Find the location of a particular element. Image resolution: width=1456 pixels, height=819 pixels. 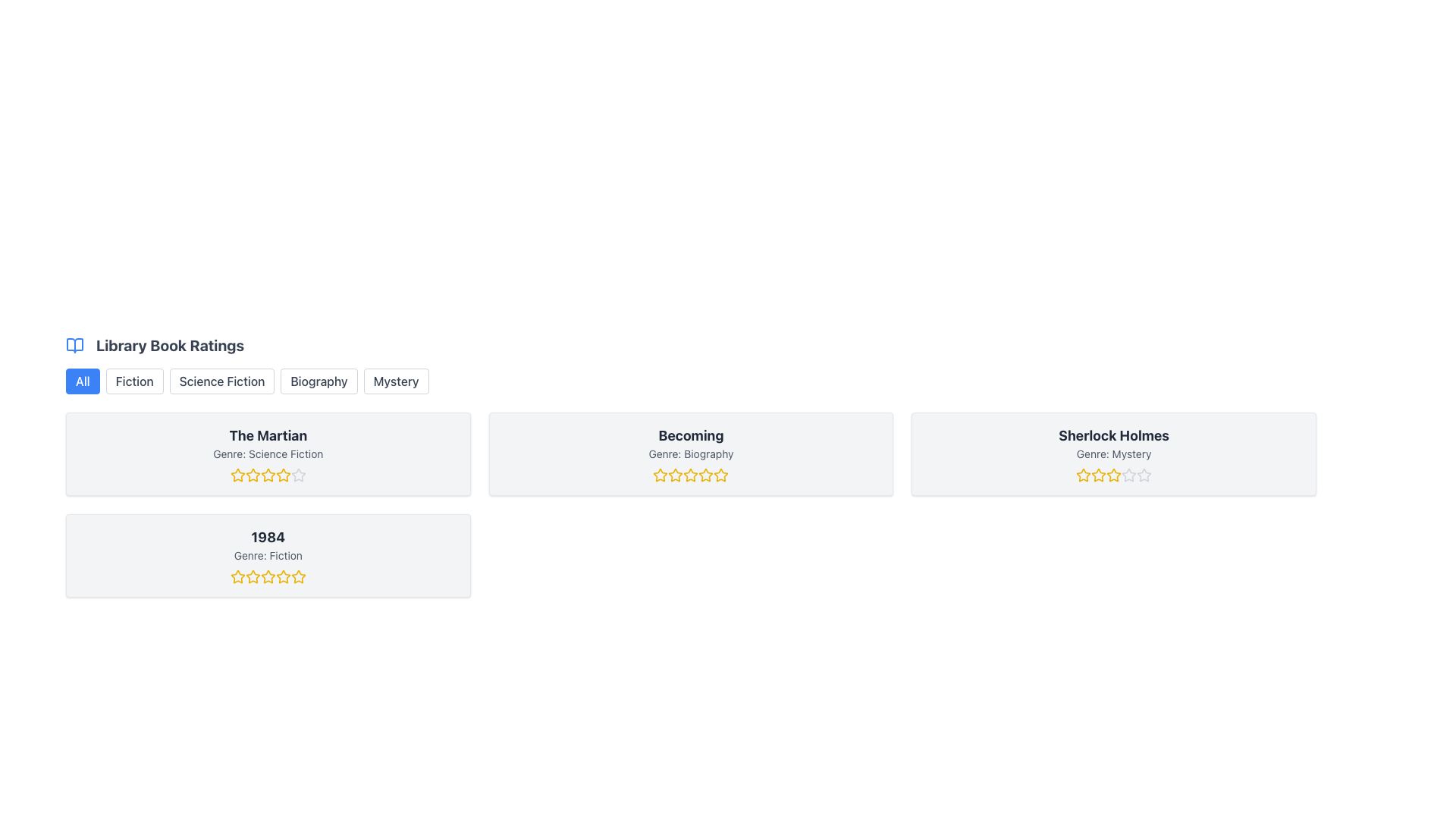

the second star icon in the rating system for 'The Martian' located in the 'Library Book Ratings' section is located at coordinates (237, 475).